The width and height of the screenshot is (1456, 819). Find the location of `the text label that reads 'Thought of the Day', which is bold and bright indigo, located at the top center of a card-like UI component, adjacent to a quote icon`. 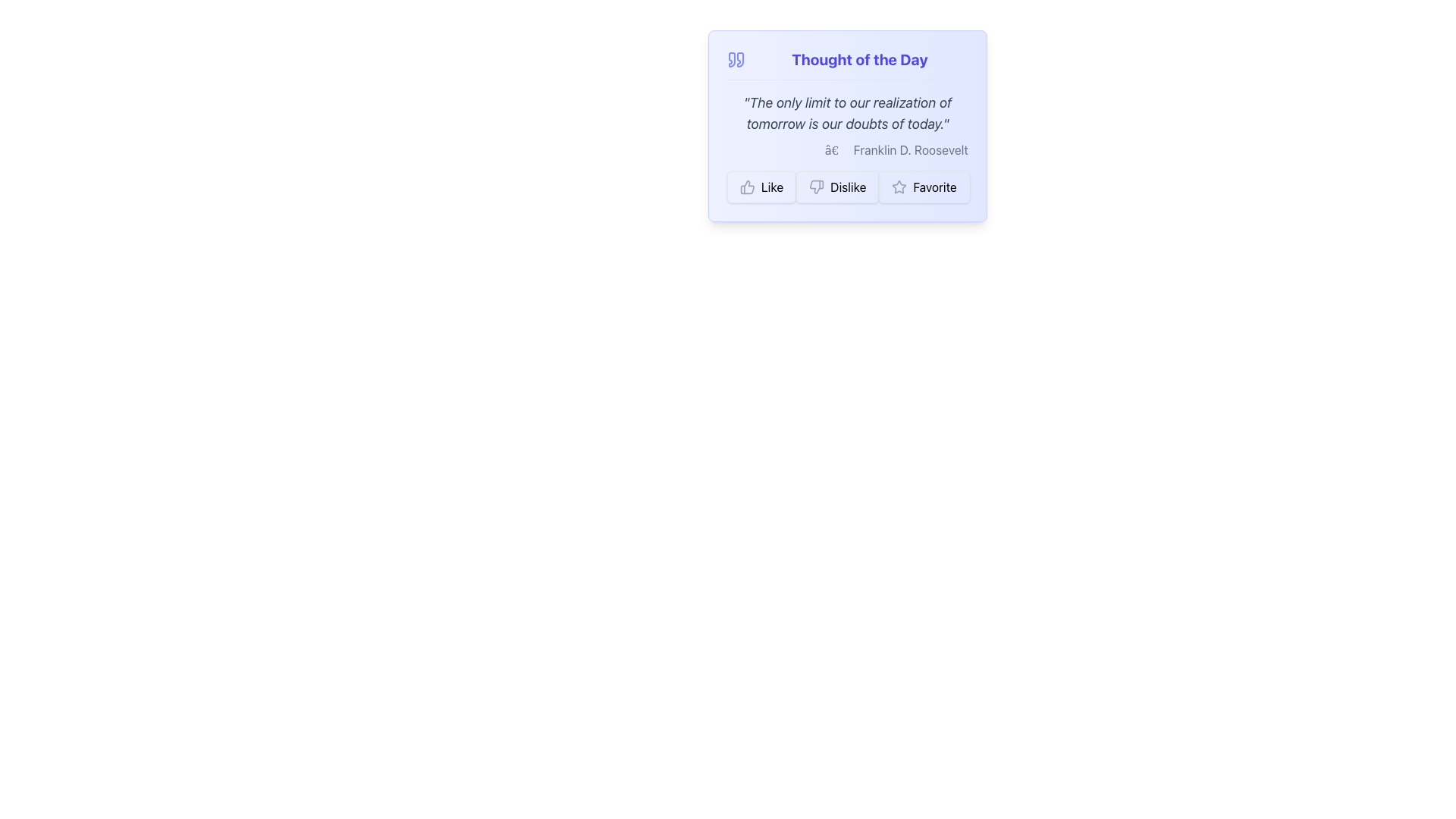

the text label that reads 'Thought of the Day', which is bold and bright indigo, located at the top center of a card-like UI component, adjacent to a quote icon is located at coordinates (859, 58).